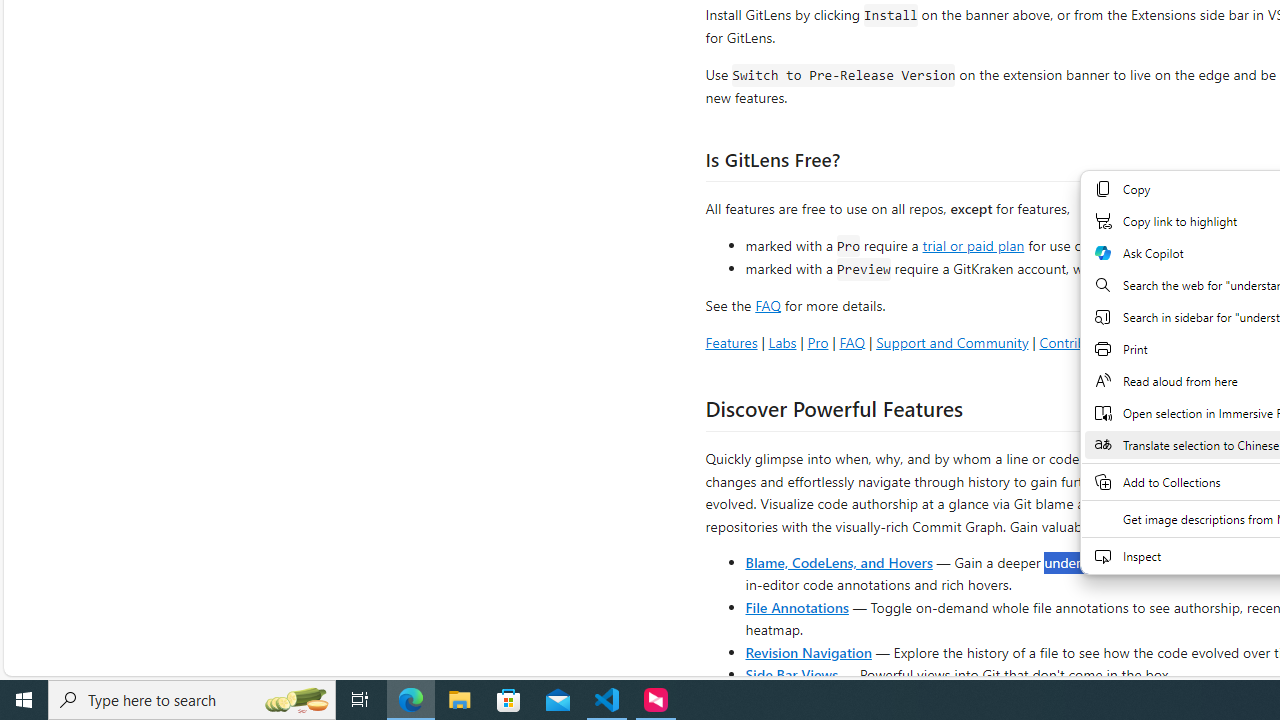 The height and width of the screenshot is (720, 1280). I want to click on 'FAQ', so click(852, 341).